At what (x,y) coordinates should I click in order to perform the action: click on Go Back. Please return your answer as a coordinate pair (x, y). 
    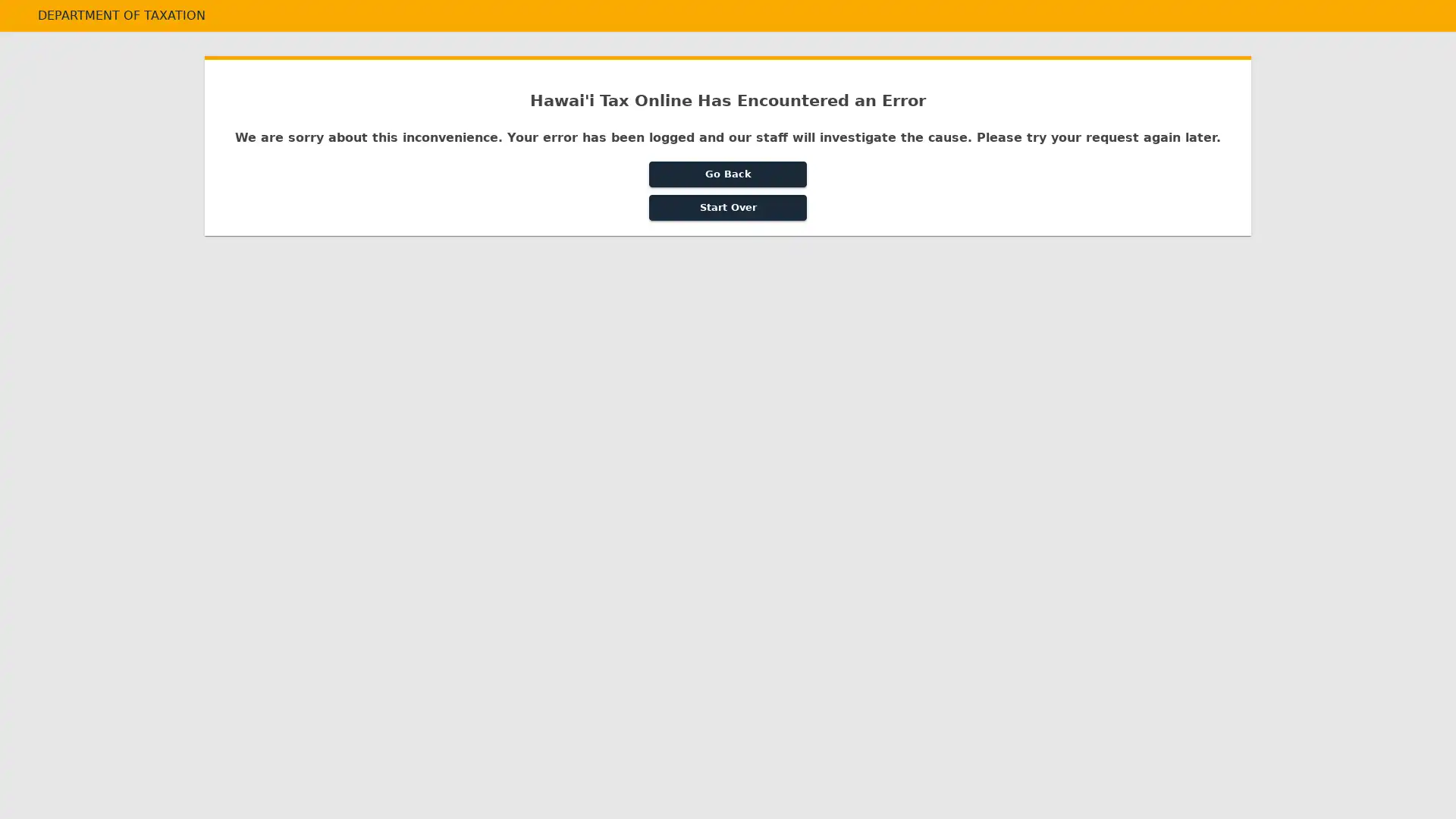
    Looking at the image, I should click on (728, 174).